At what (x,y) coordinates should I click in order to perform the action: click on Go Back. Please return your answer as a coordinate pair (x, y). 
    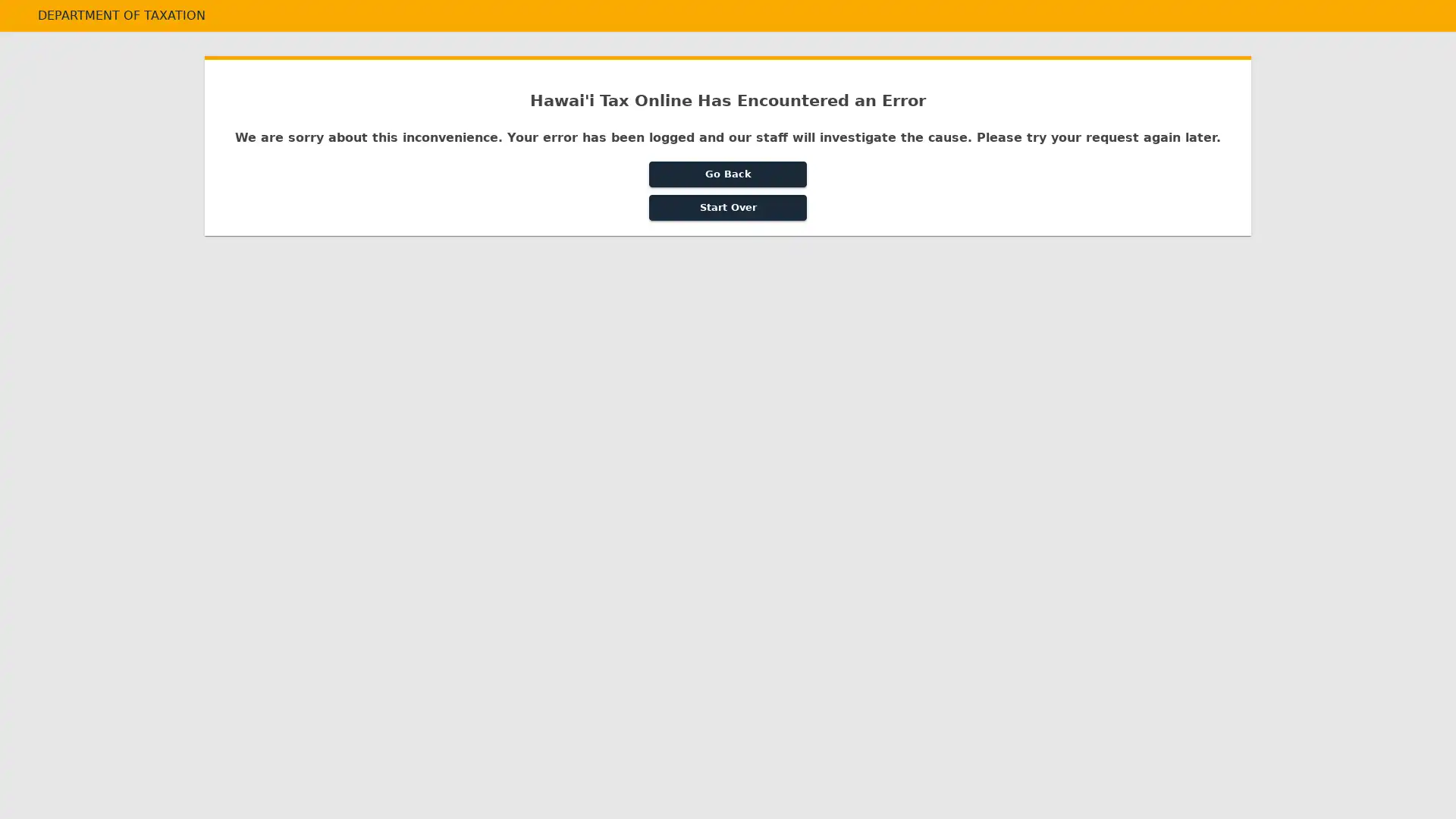
    Looking at the image, I should click on (728, 174).